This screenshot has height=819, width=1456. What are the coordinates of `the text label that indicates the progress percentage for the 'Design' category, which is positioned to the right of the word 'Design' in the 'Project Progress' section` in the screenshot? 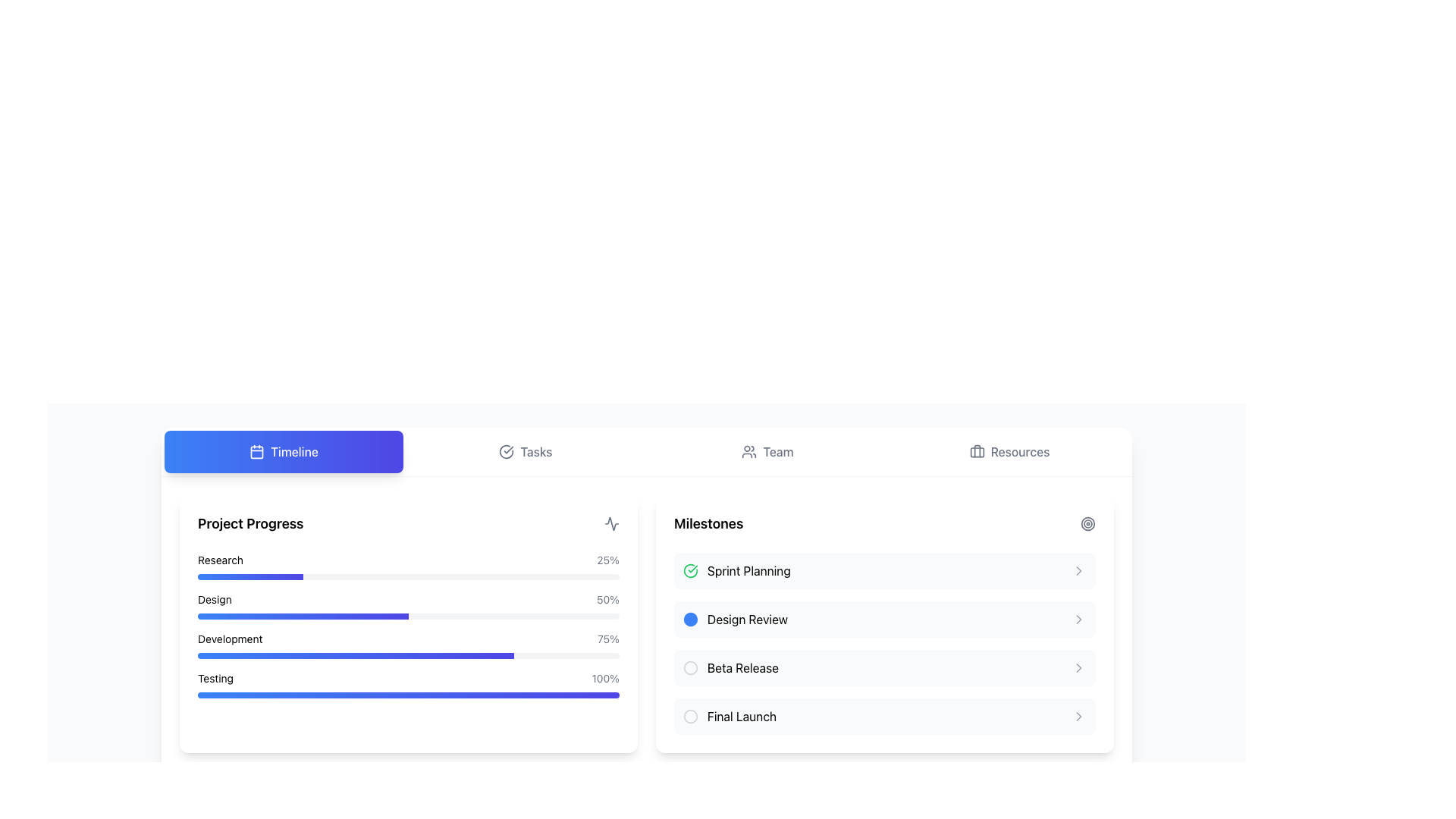 It's located at (607, 598).